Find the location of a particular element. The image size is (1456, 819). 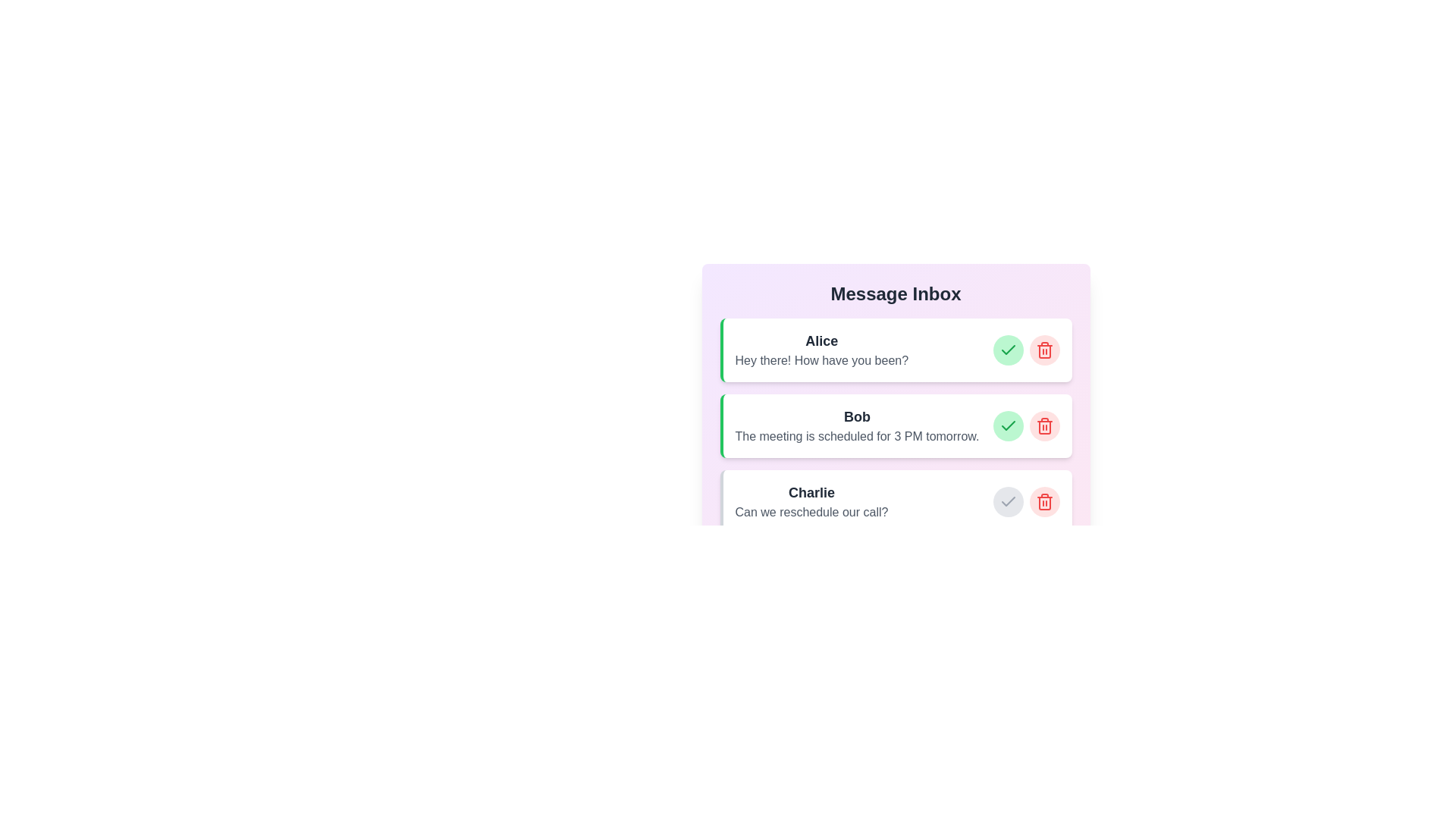

the trash button associated with the message to delete it is located at coordinates (1043, 350).